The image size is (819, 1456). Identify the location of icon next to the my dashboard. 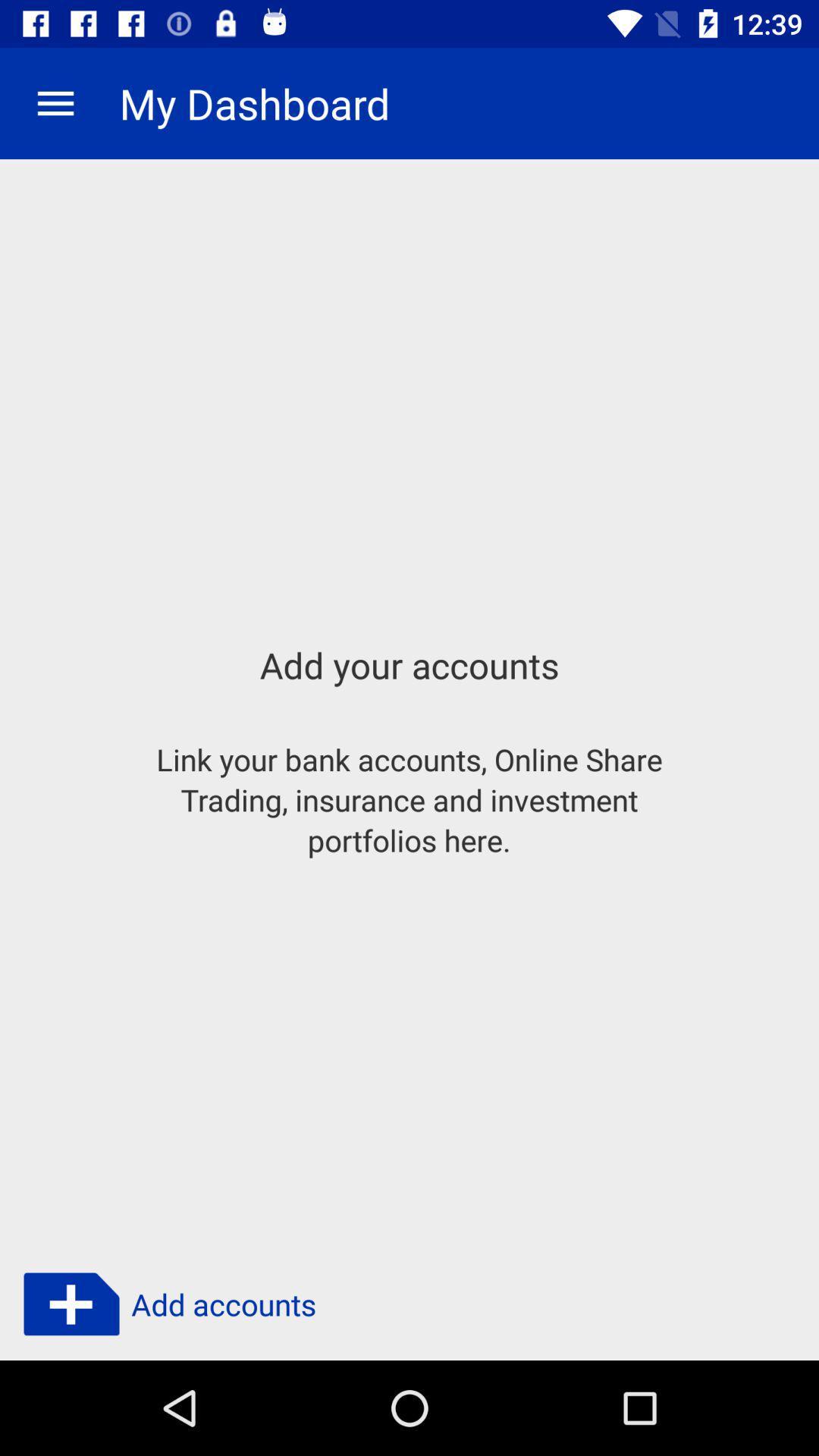
(55, 102).